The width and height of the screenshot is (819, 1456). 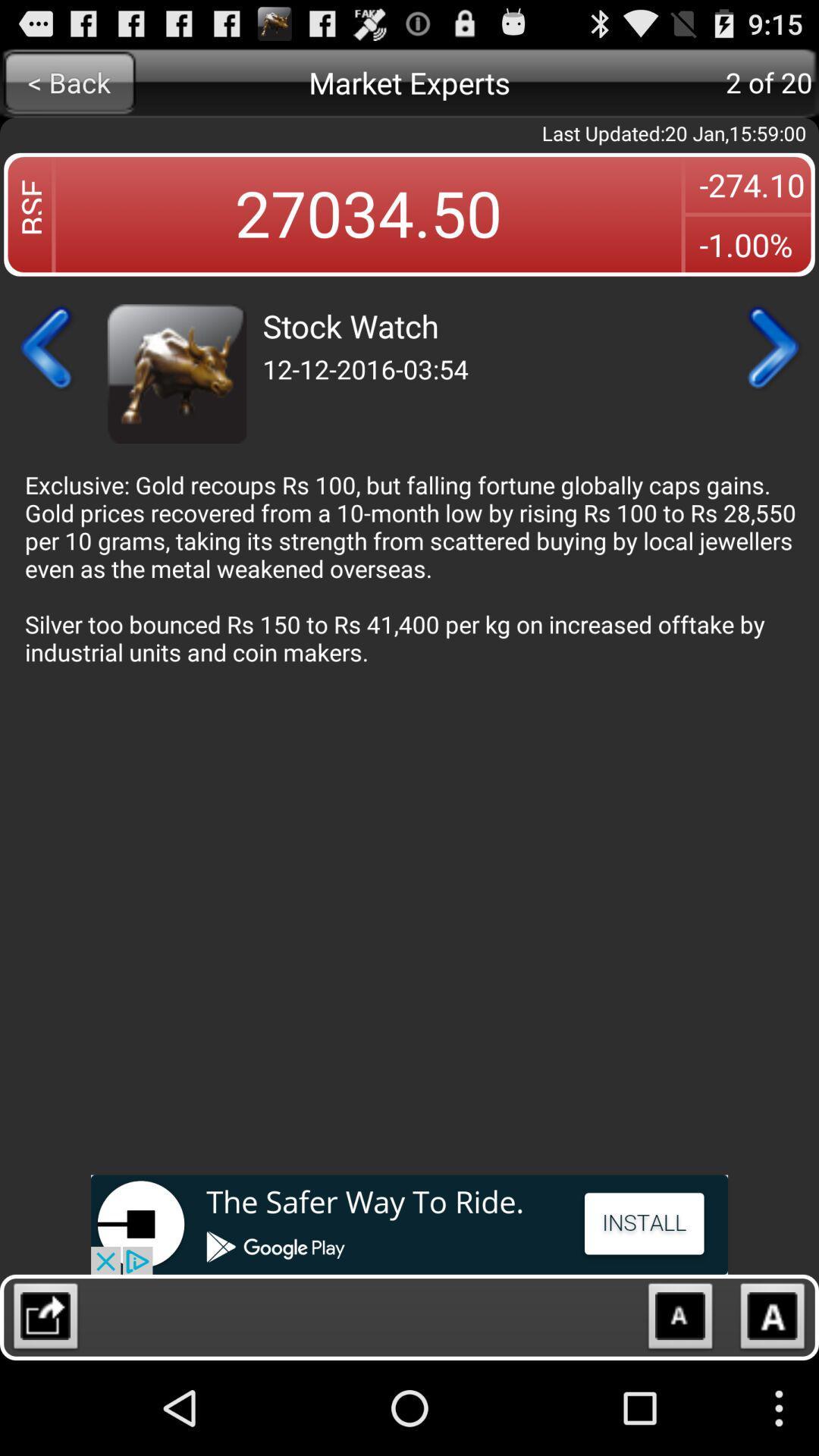 I want to click on the launch icon, so click(x=45, y=1412).